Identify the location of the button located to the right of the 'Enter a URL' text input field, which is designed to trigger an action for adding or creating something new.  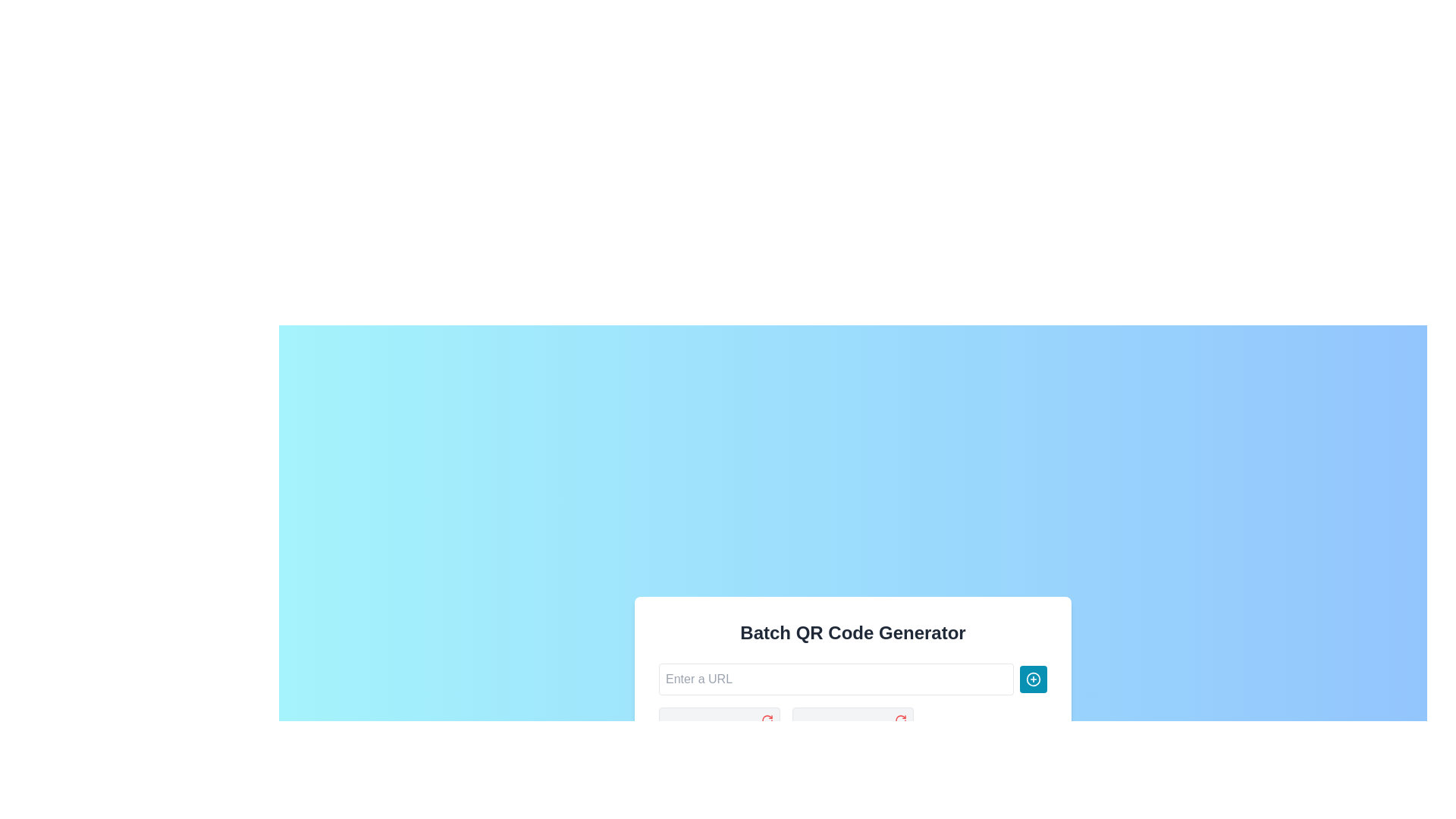
(1033, 678).